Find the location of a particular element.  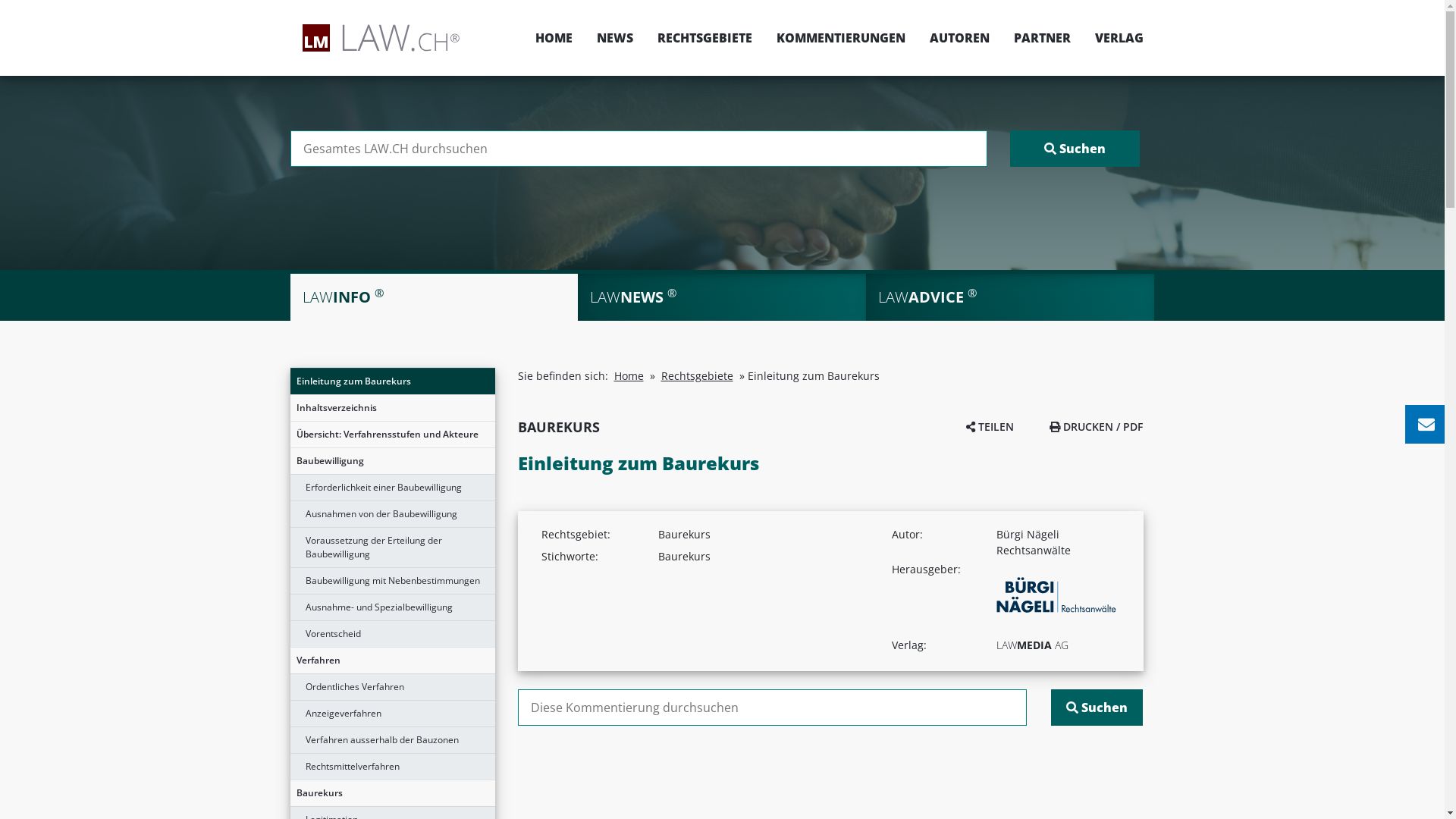

' DRUCKEN / PDF' is located at coordinates (1048, 426).